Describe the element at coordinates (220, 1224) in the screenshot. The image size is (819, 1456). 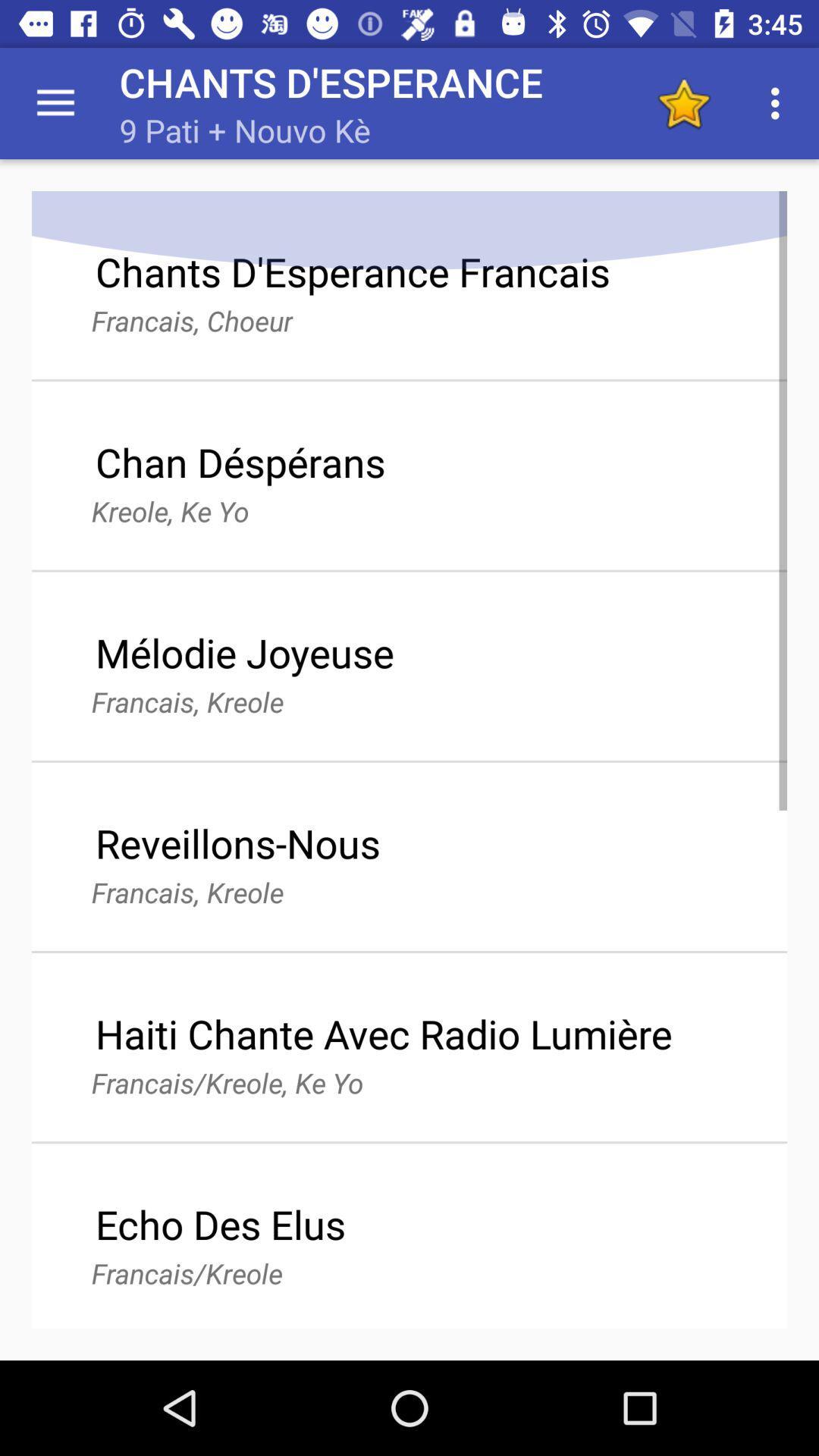
I see `echo des elus icon` at that location.